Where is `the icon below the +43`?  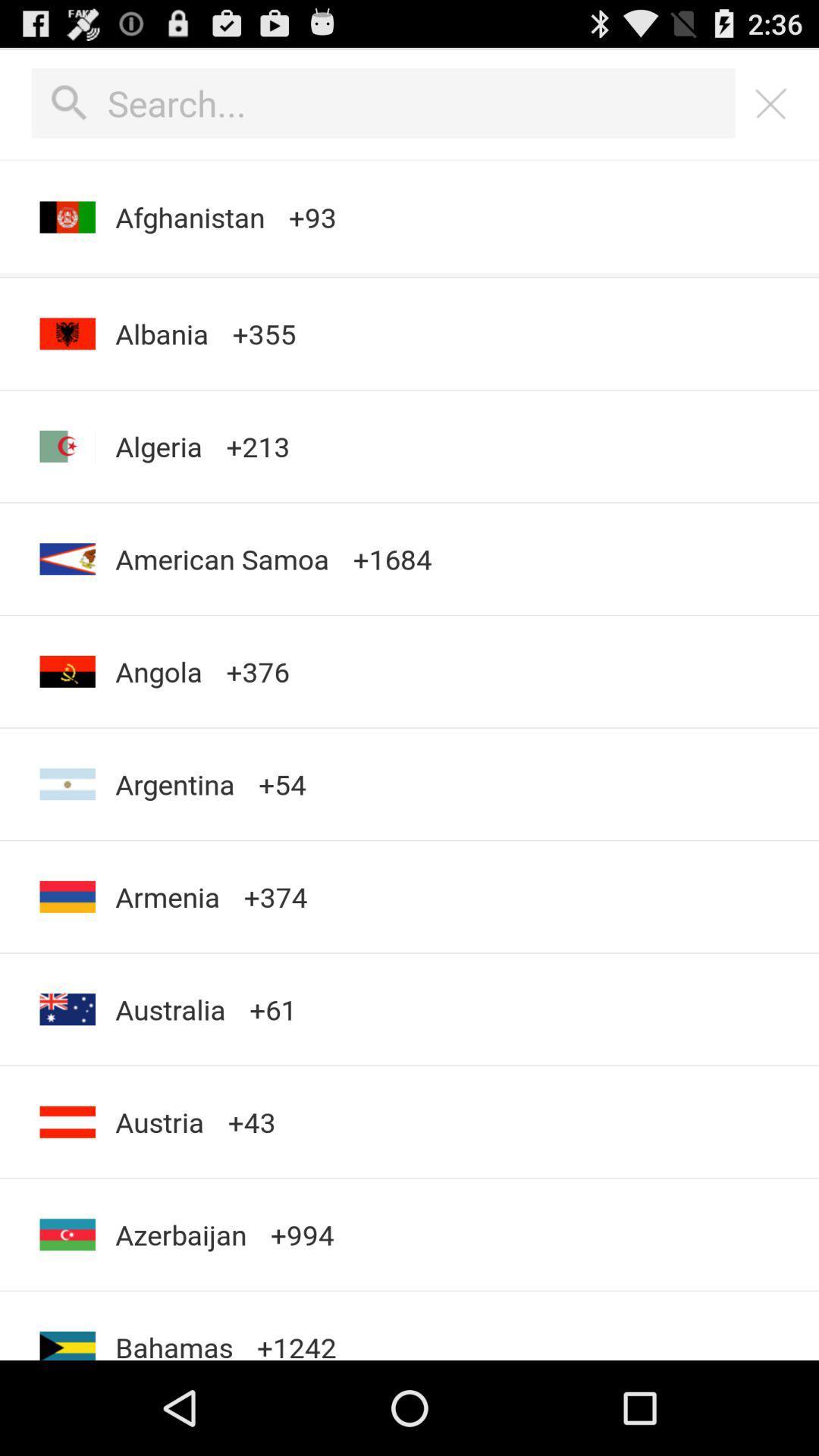
the icon below the +43 is located at coordinates (302, 1235).